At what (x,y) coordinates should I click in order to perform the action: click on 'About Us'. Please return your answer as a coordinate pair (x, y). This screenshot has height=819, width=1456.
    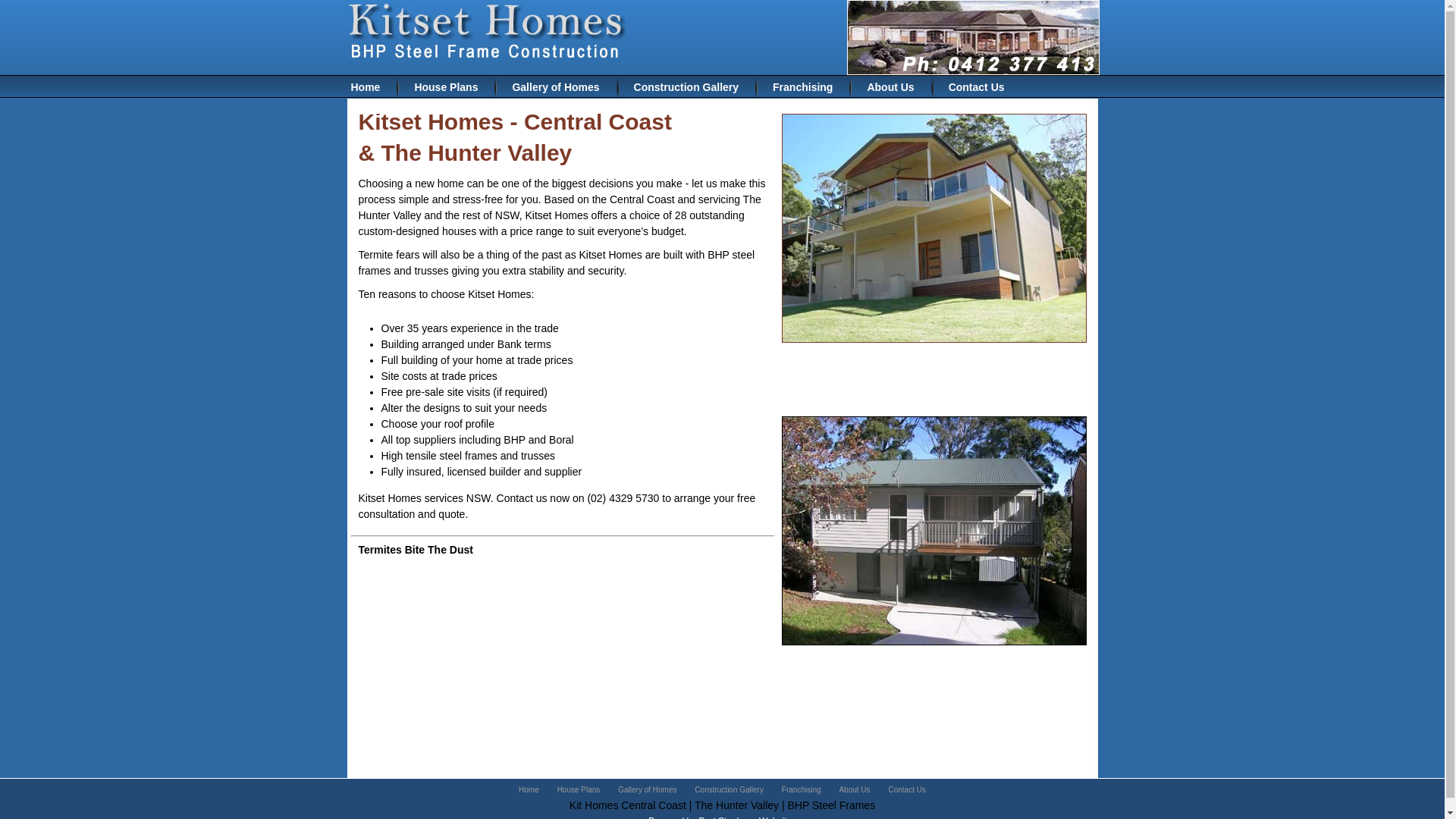
    Looking at the image, I should click on (852, 87).